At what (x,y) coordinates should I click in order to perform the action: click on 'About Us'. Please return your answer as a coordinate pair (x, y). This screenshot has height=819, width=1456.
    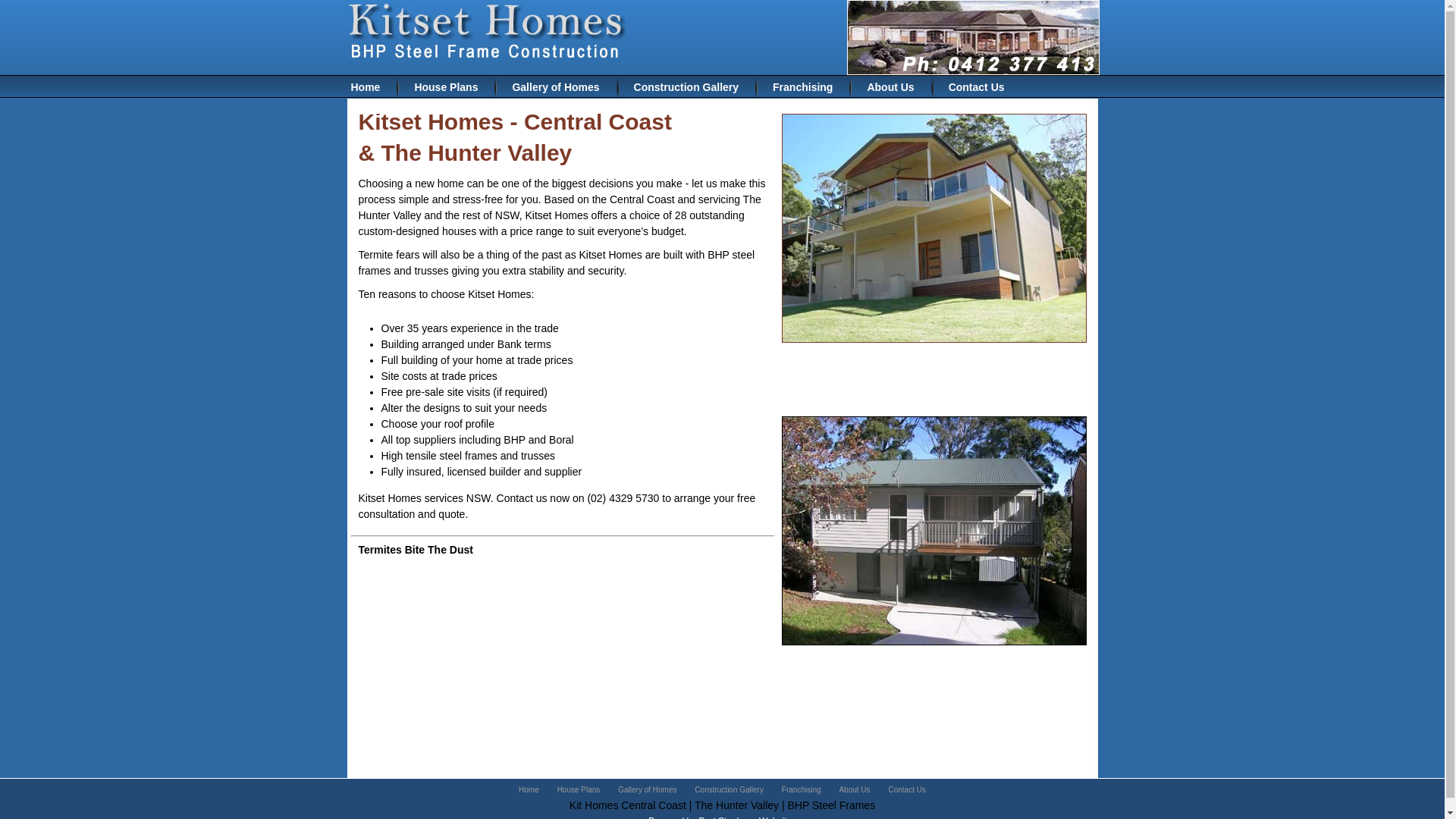
    Looking at the image, I should click on (852, 87).